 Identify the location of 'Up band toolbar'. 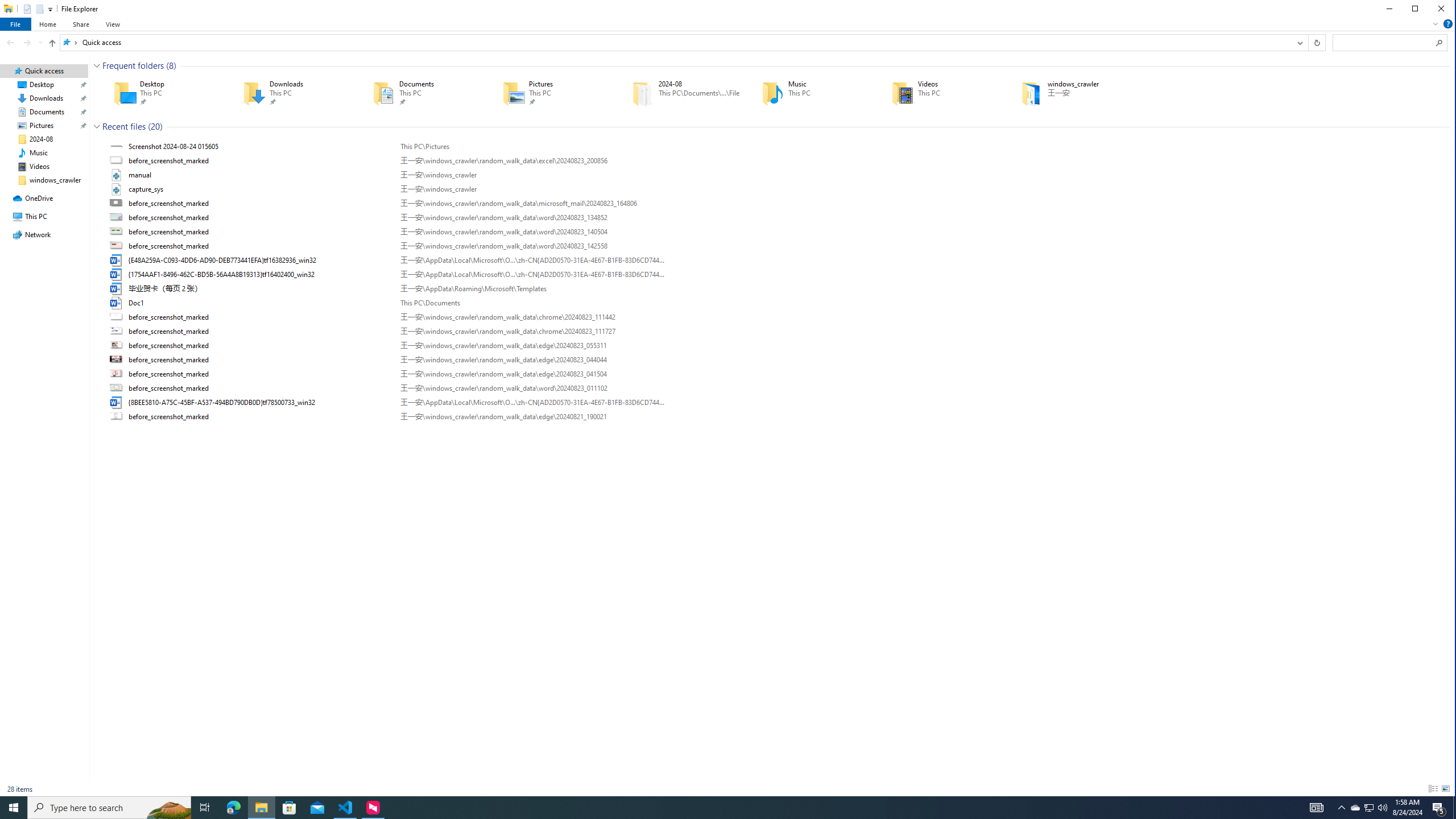
(52, 44).